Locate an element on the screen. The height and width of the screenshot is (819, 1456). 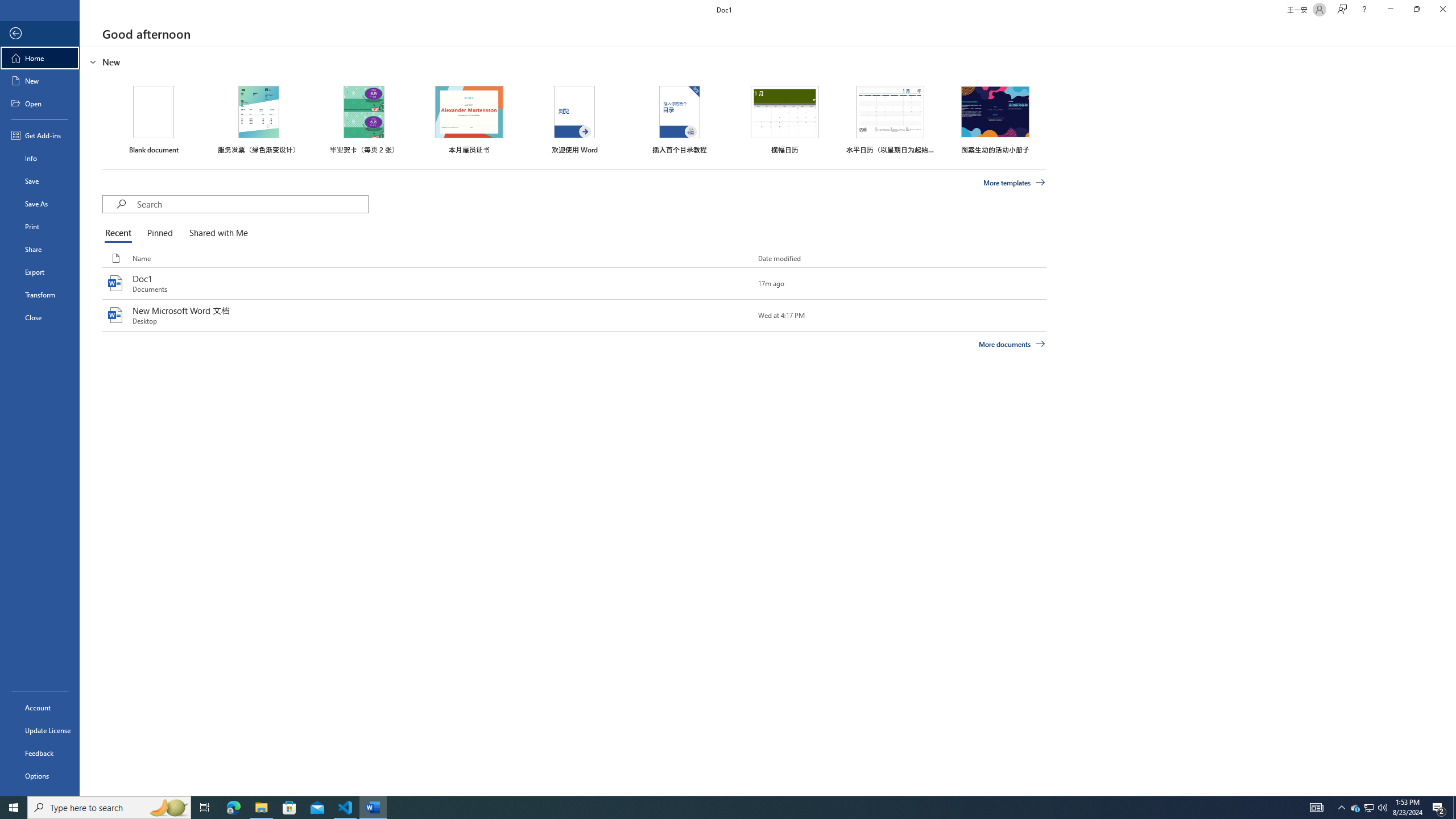
'Save' is located at coordinates (39, 180).